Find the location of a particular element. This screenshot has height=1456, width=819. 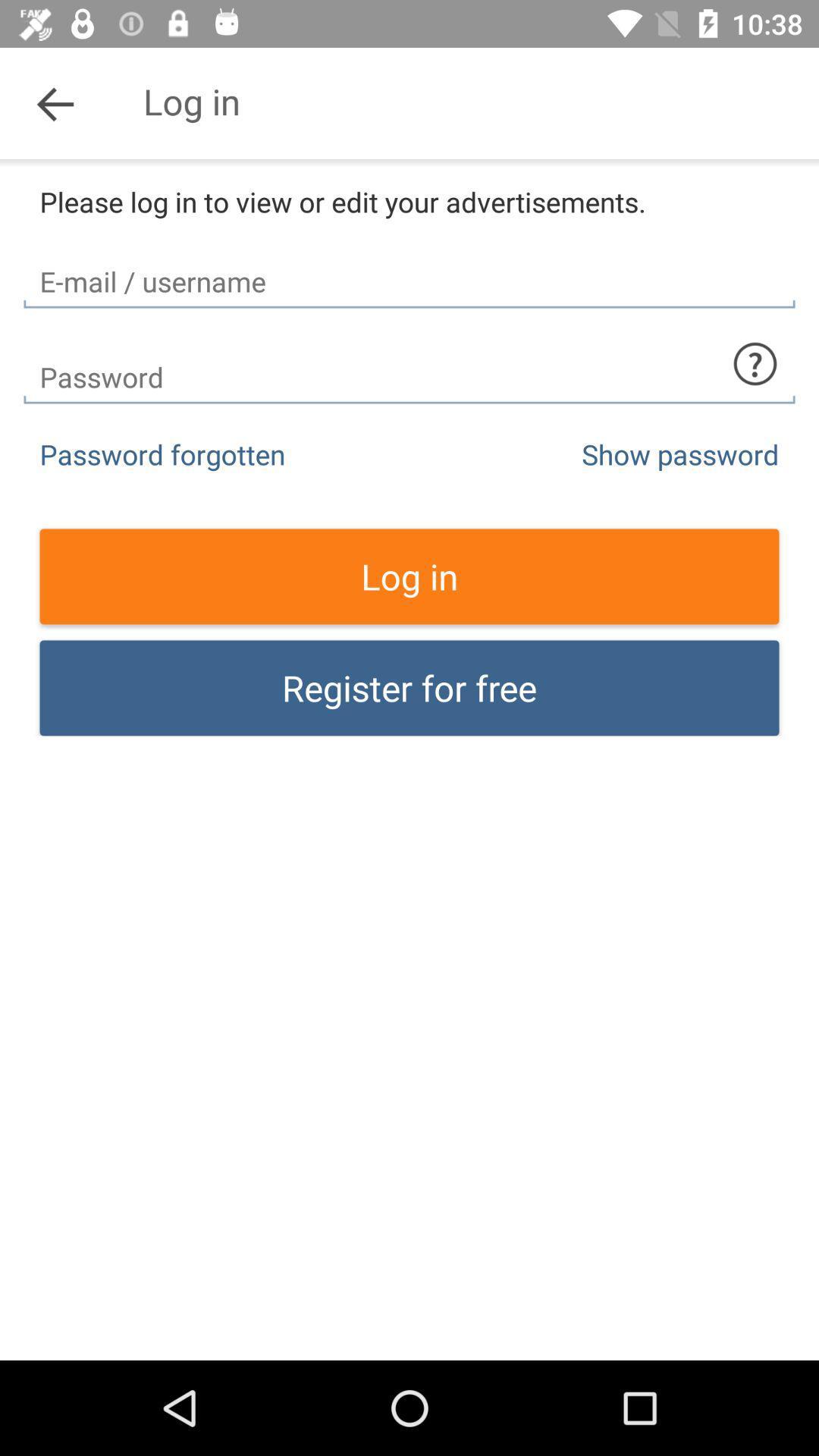

the item next to the password forgotten item is located at coordinates (679, 453).